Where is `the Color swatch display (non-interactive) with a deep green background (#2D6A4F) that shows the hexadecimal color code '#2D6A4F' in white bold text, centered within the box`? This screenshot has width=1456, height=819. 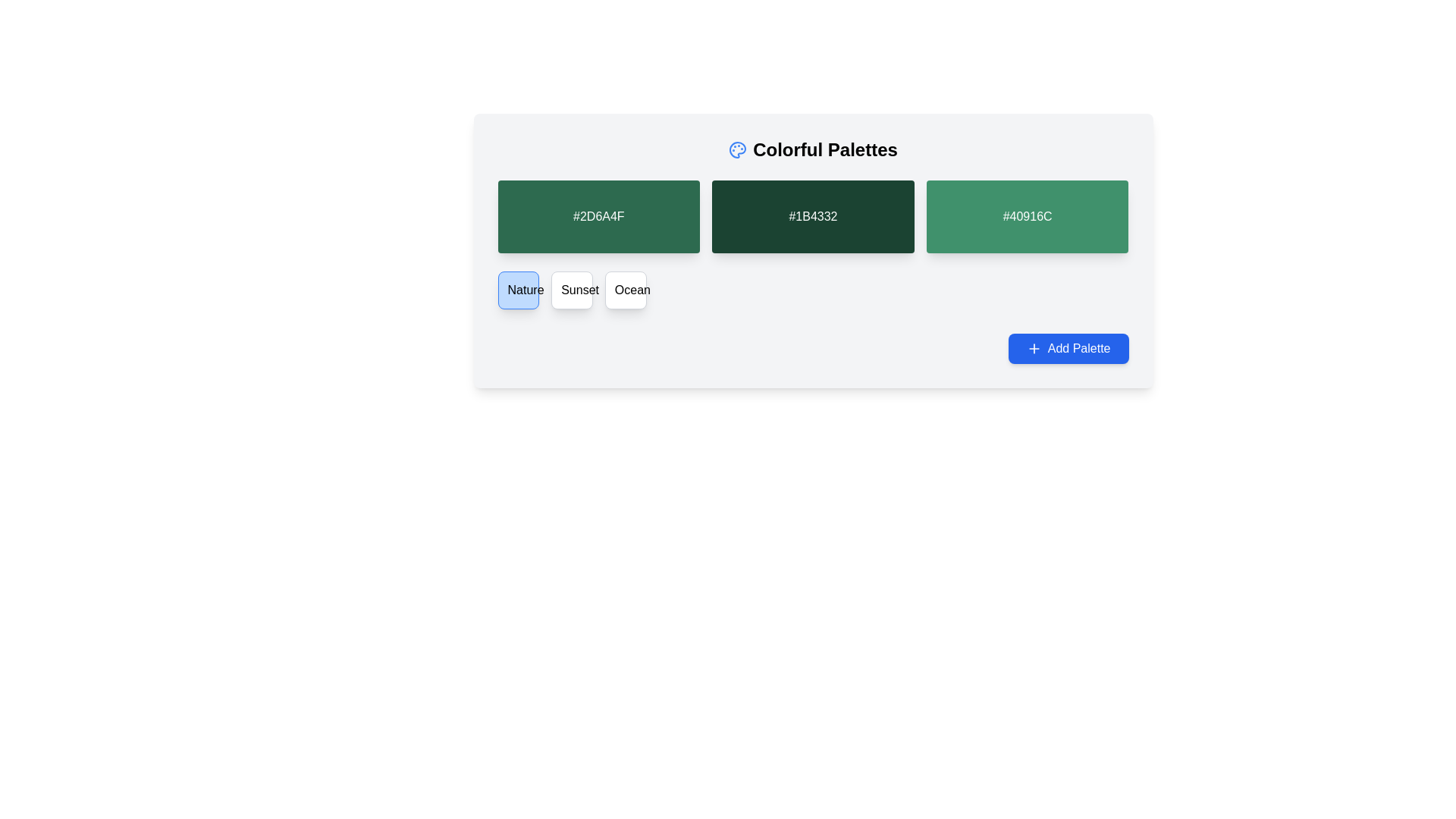
the Color swatch display (non-interactive) with a deep green background (#2D6A4F) that shows the hexadecimal color code '#2D6A4F' in white bold text, centered within the box is located at coordinates (598, 216).